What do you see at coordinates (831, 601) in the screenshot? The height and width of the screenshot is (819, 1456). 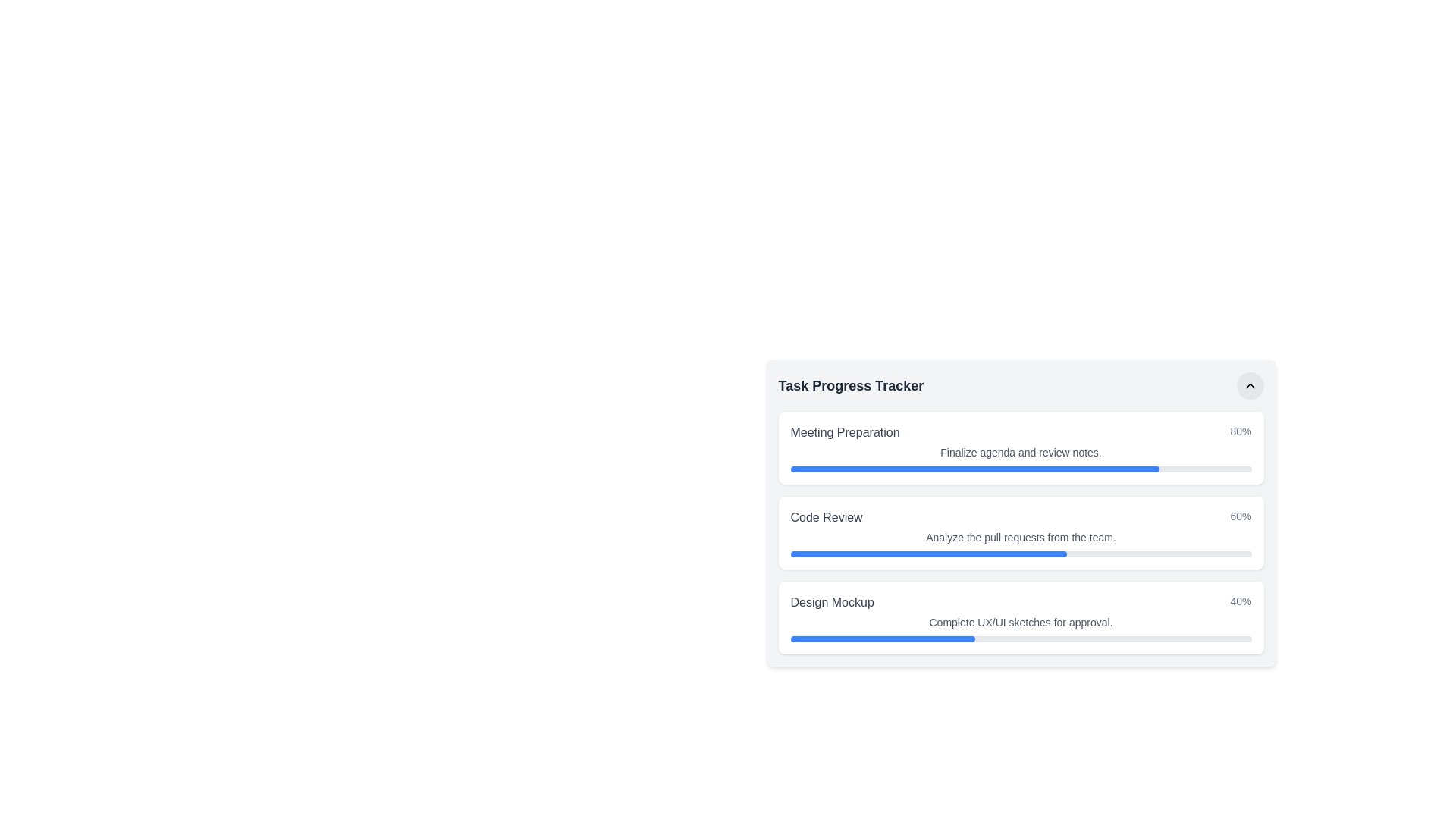 I see `the 'Design Mockup' label text in the task progress tracker interface, which is styled in medium-sized gray font and positioned to the left of the '40%' completion indicator` at bounding box center [831, 601].